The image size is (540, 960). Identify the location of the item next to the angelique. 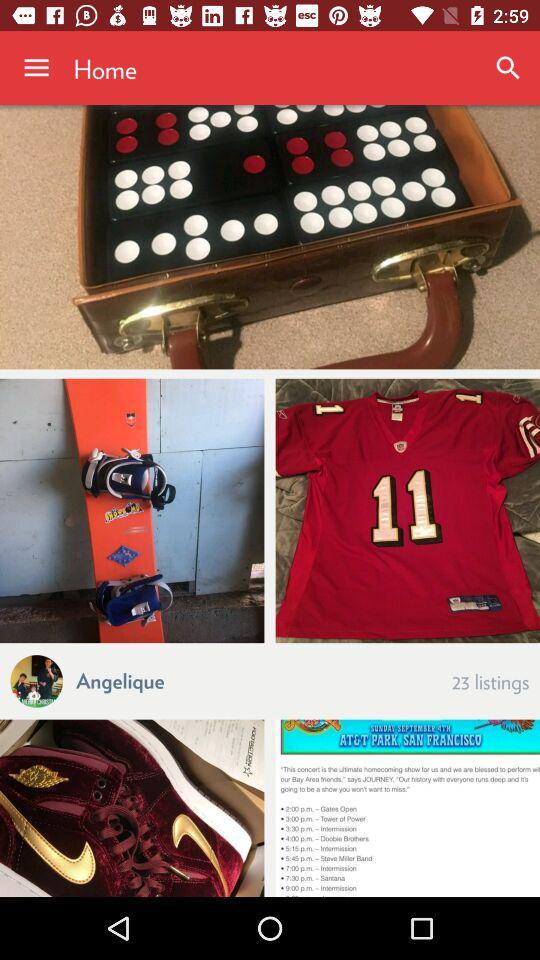
(489, 680).